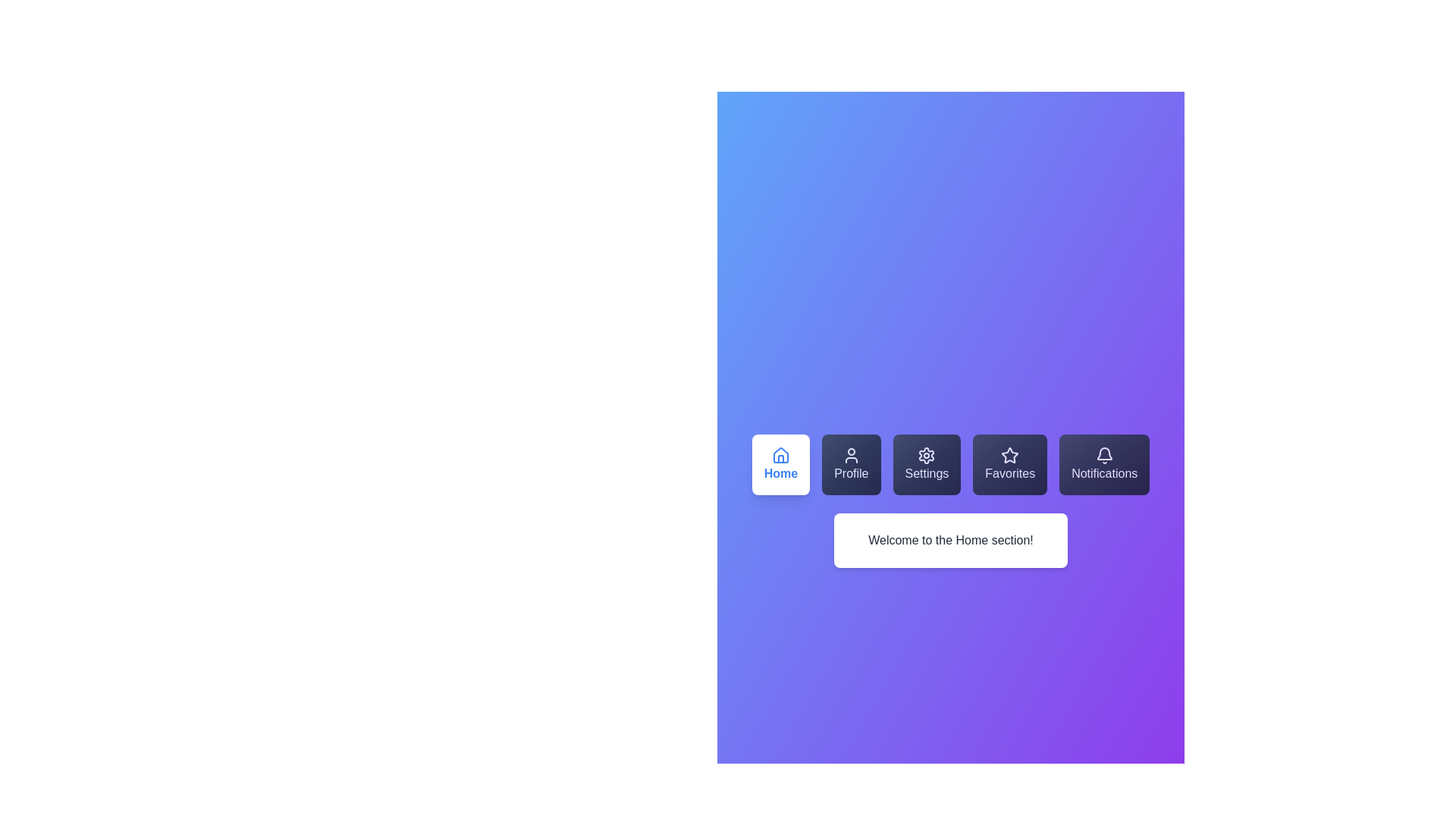 The height and width of the screenshot is (819, 1456). What do you see at coordinates (1010, 464) in the screenshot?
I see `the 'Favorites' button located in the horizontal navigation bar to enable keyboard navigation` at bounding box center [1010, 464].